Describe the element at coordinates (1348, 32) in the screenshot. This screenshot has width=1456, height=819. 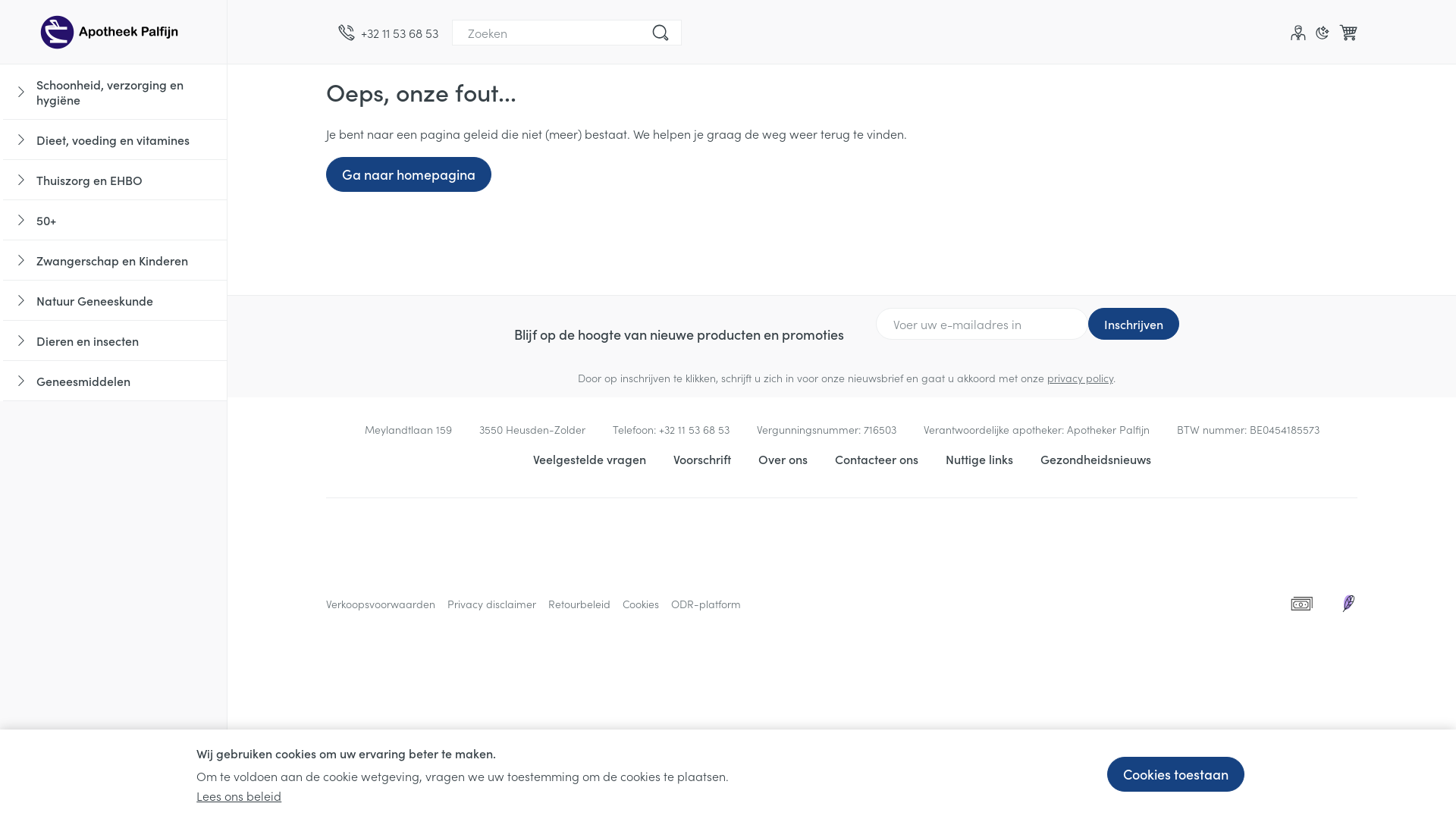
I see `'Winkelwagen'` at that location.